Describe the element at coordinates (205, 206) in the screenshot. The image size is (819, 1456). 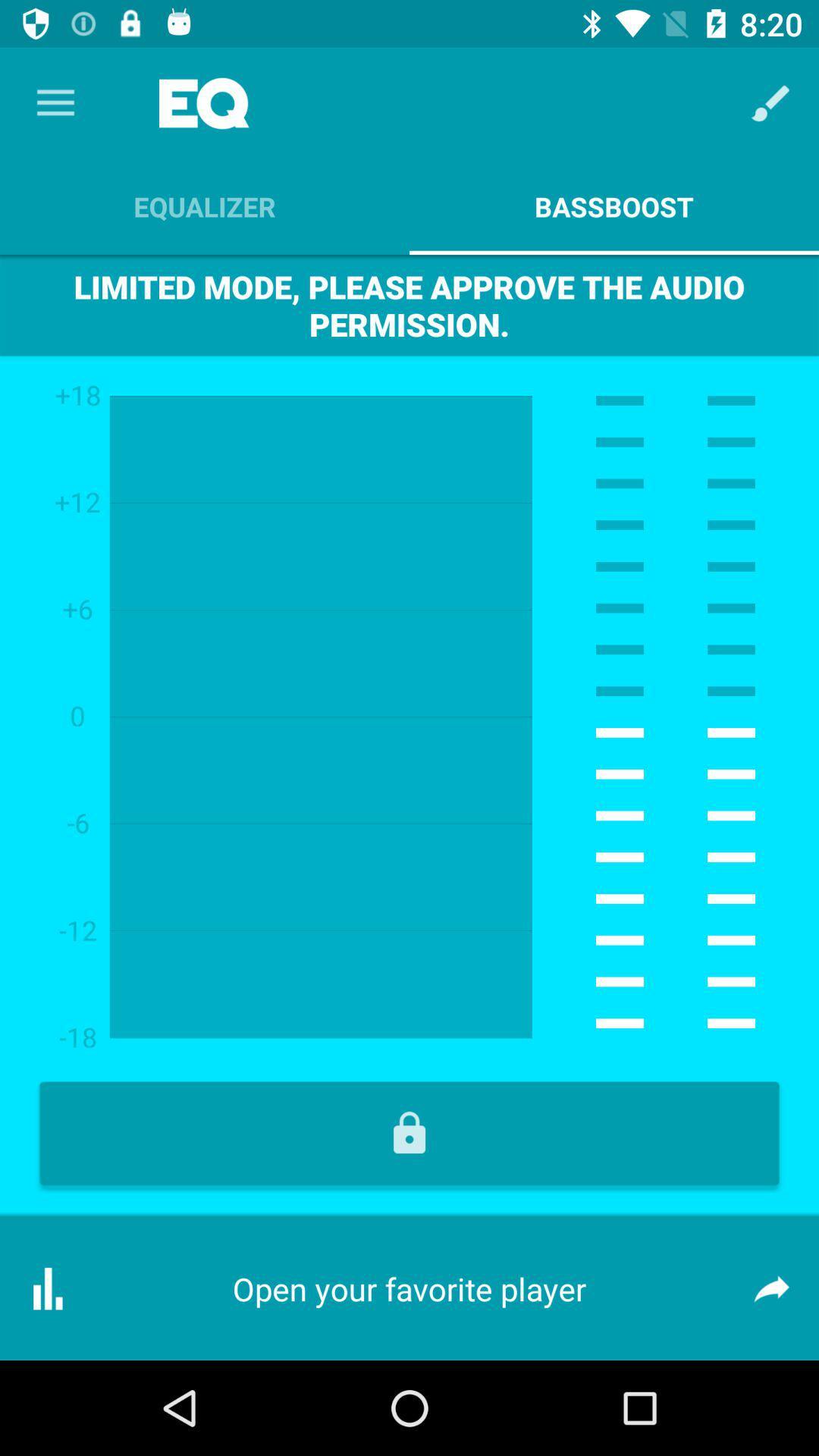
I see `the item next to bassboost app` at that location.